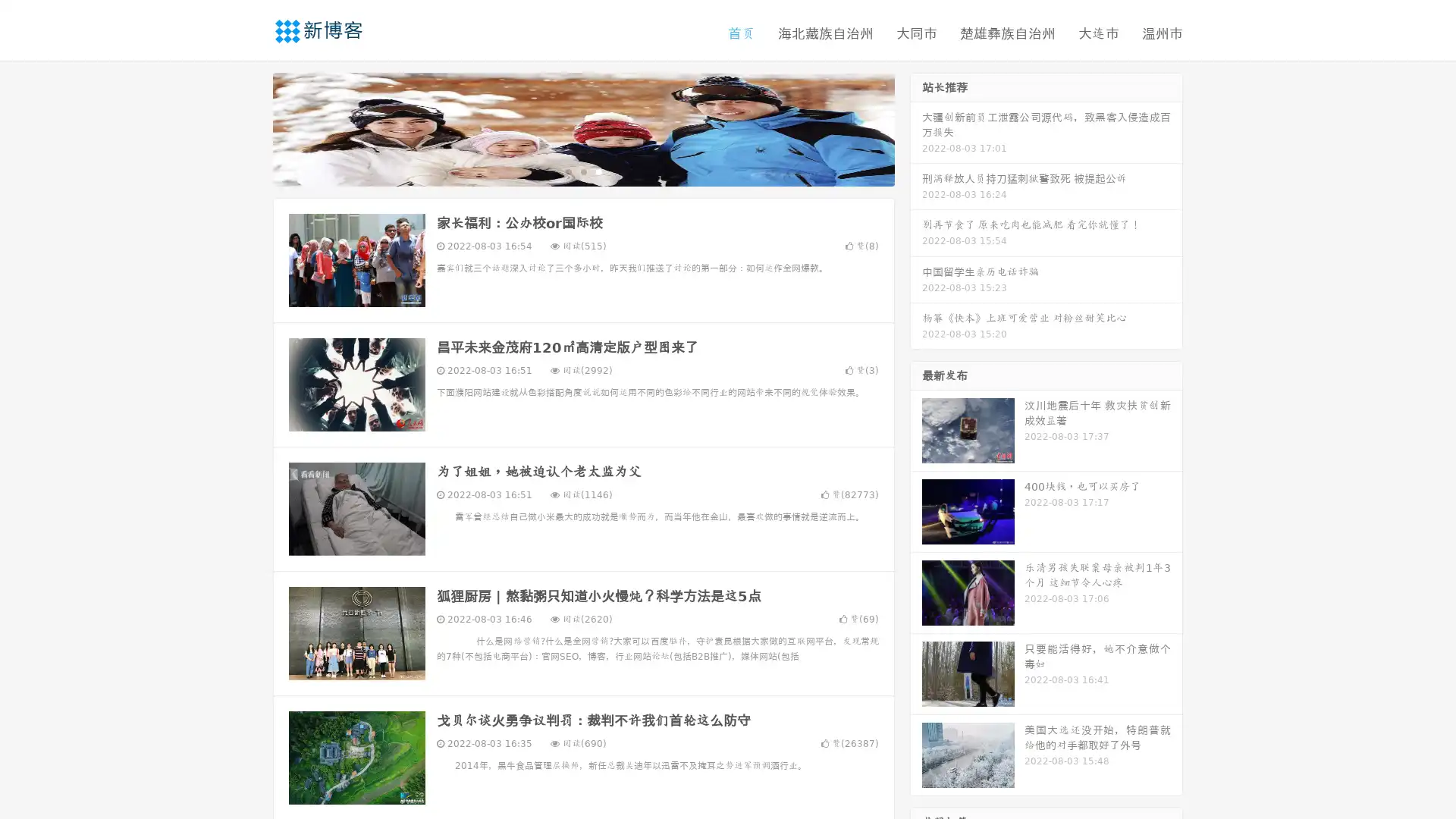  I want to click on Go to slide 1, so click(567, 171).